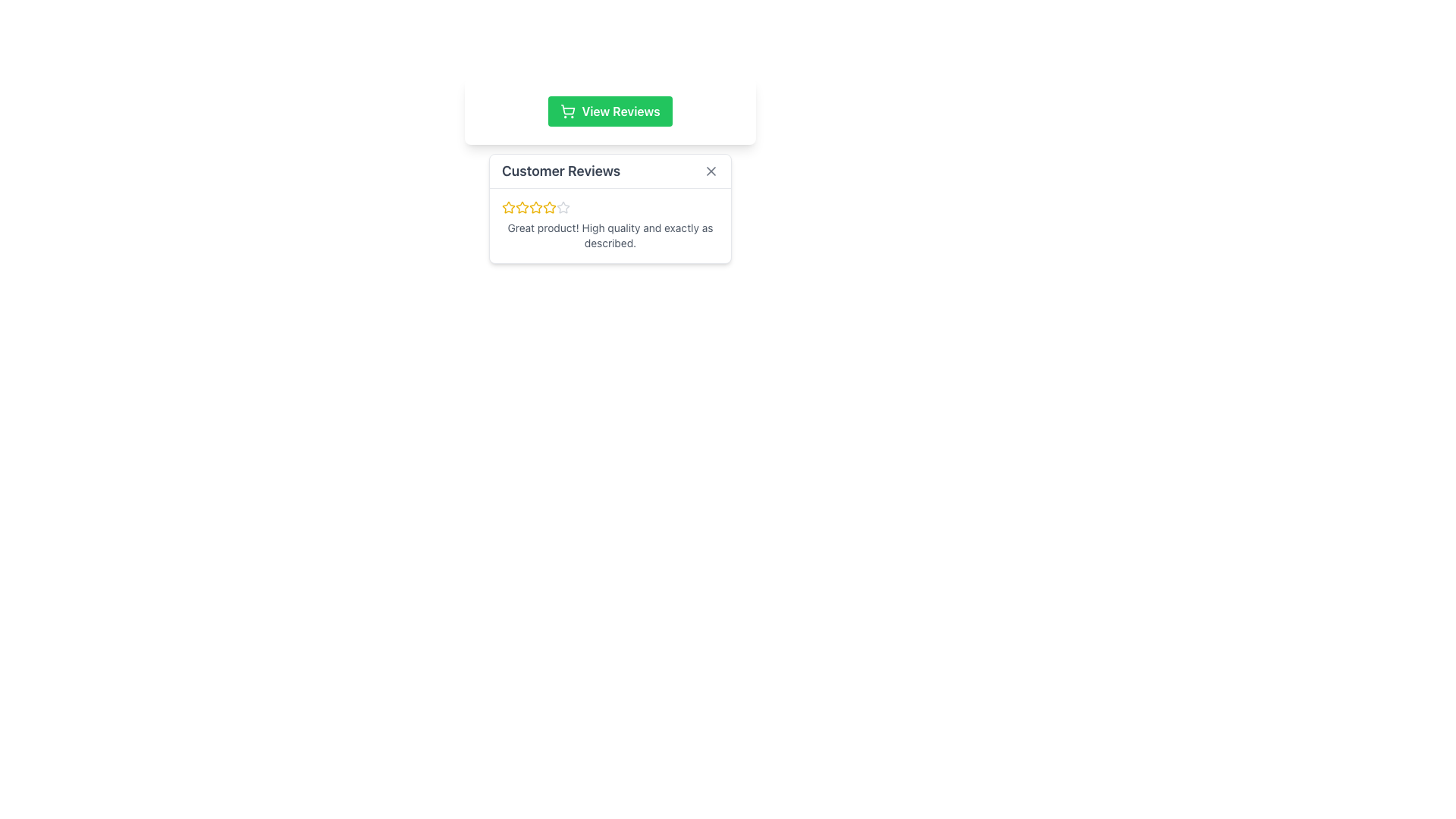  I want to click on the text within the button that navigates to the product or service reviews to observe its hover effects, so click(621, 110).